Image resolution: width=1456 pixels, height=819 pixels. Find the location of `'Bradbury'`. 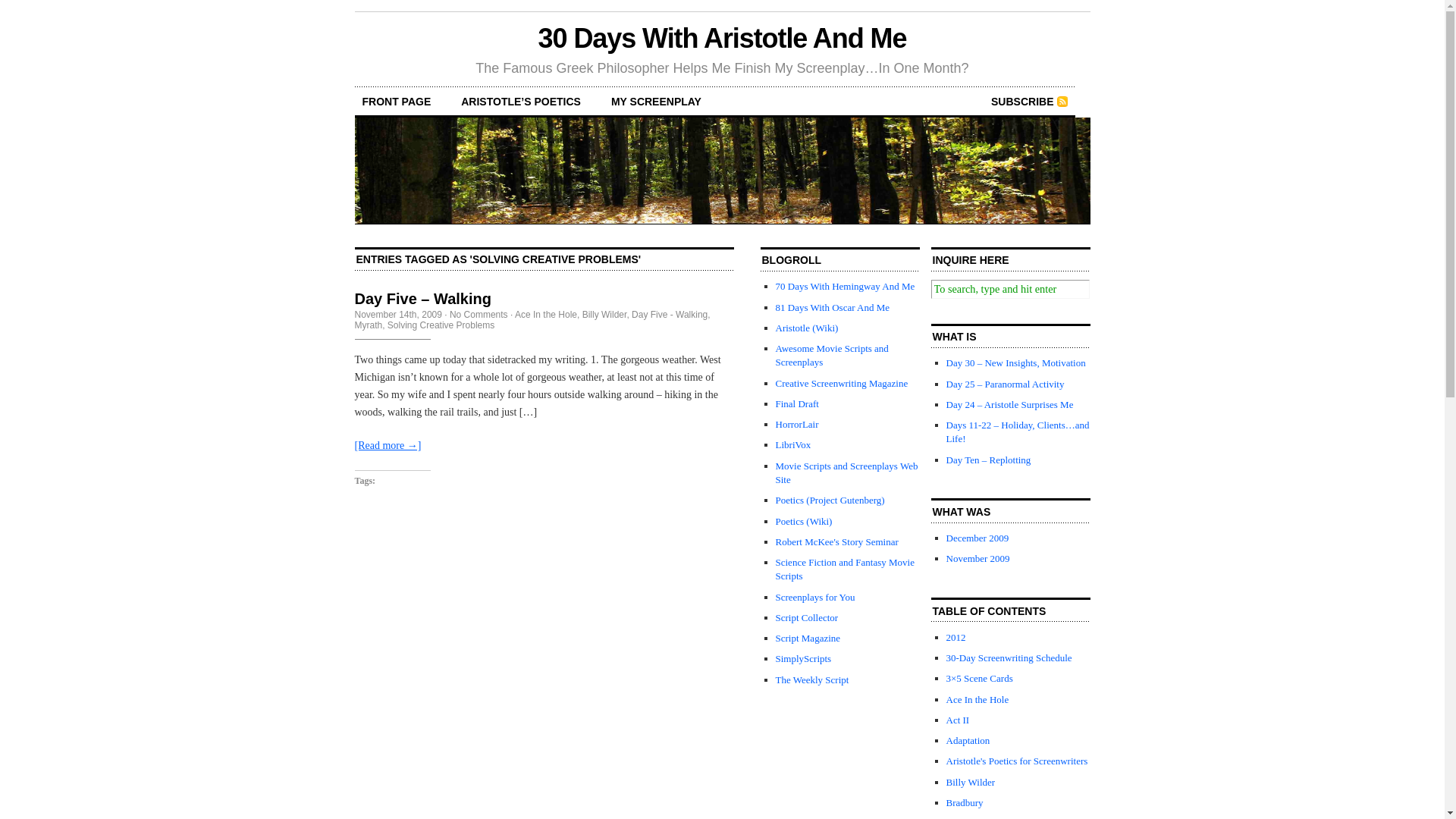

'Bradbury' is located at coordinates (964, 802).